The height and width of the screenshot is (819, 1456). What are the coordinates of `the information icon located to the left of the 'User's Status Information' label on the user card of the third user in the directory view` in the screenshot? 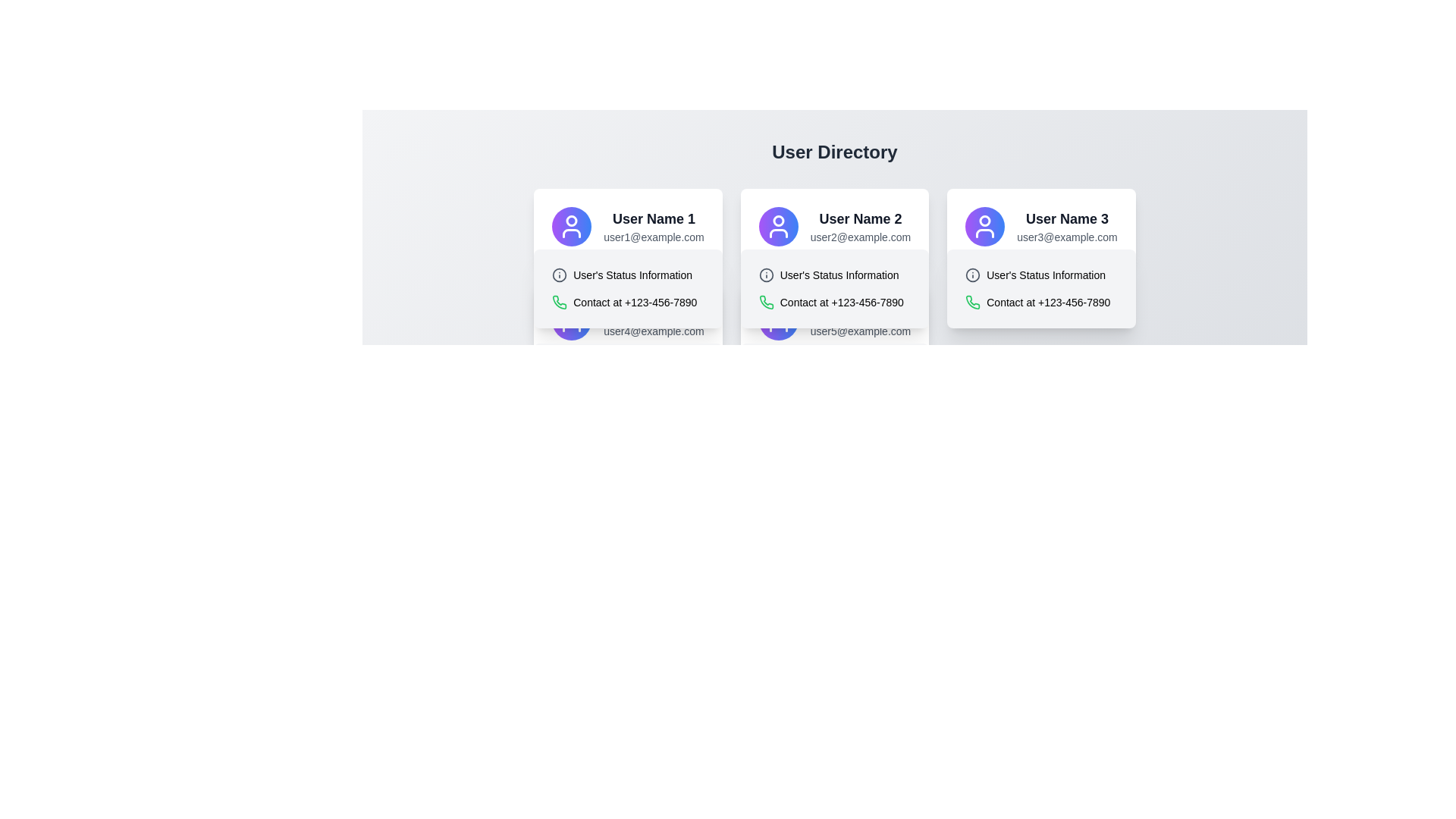 It's located at (973, 275).